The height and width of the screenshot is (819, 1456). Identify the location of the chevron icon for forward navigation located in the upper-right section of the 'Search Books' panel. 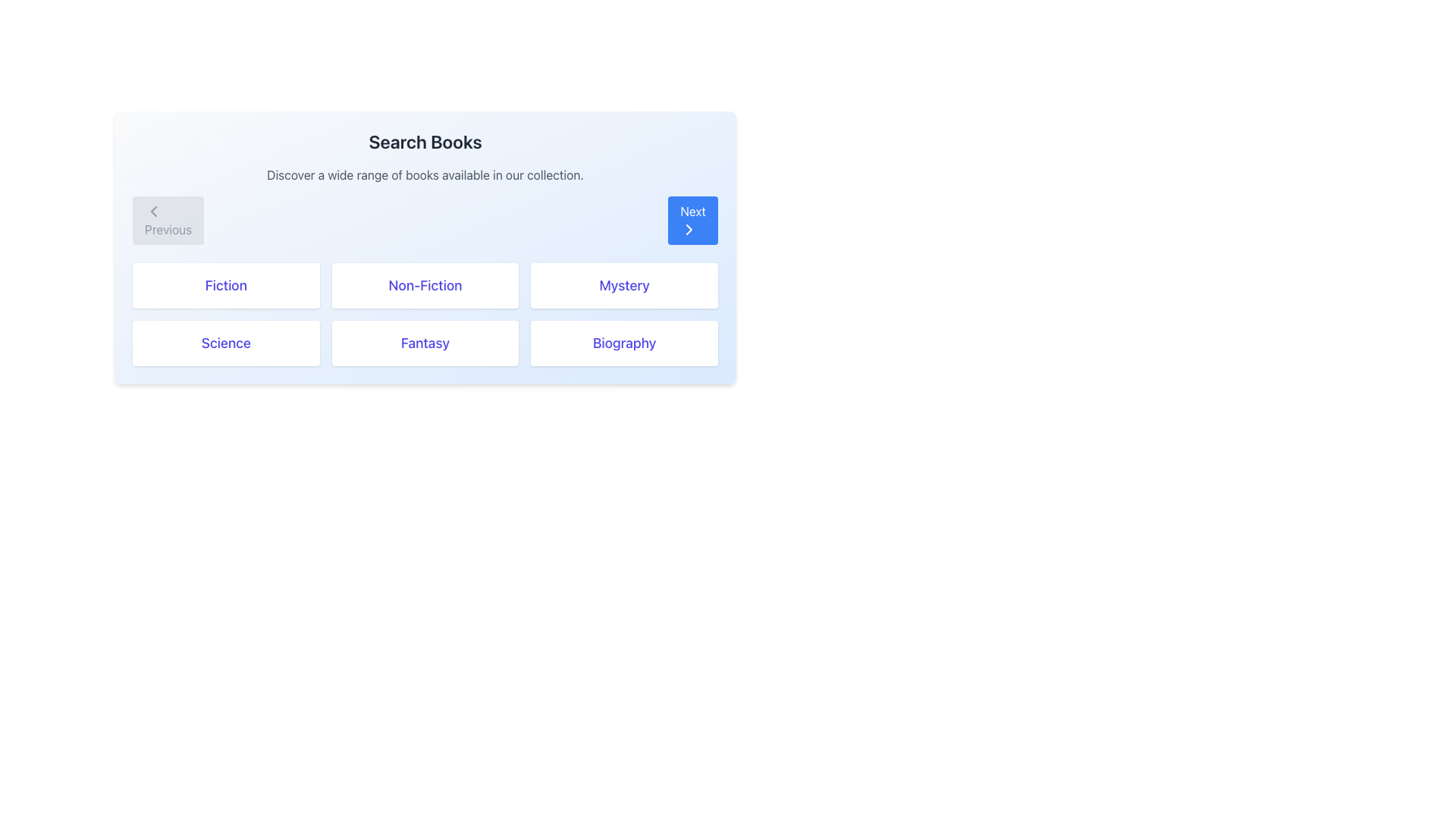
(689, 230).